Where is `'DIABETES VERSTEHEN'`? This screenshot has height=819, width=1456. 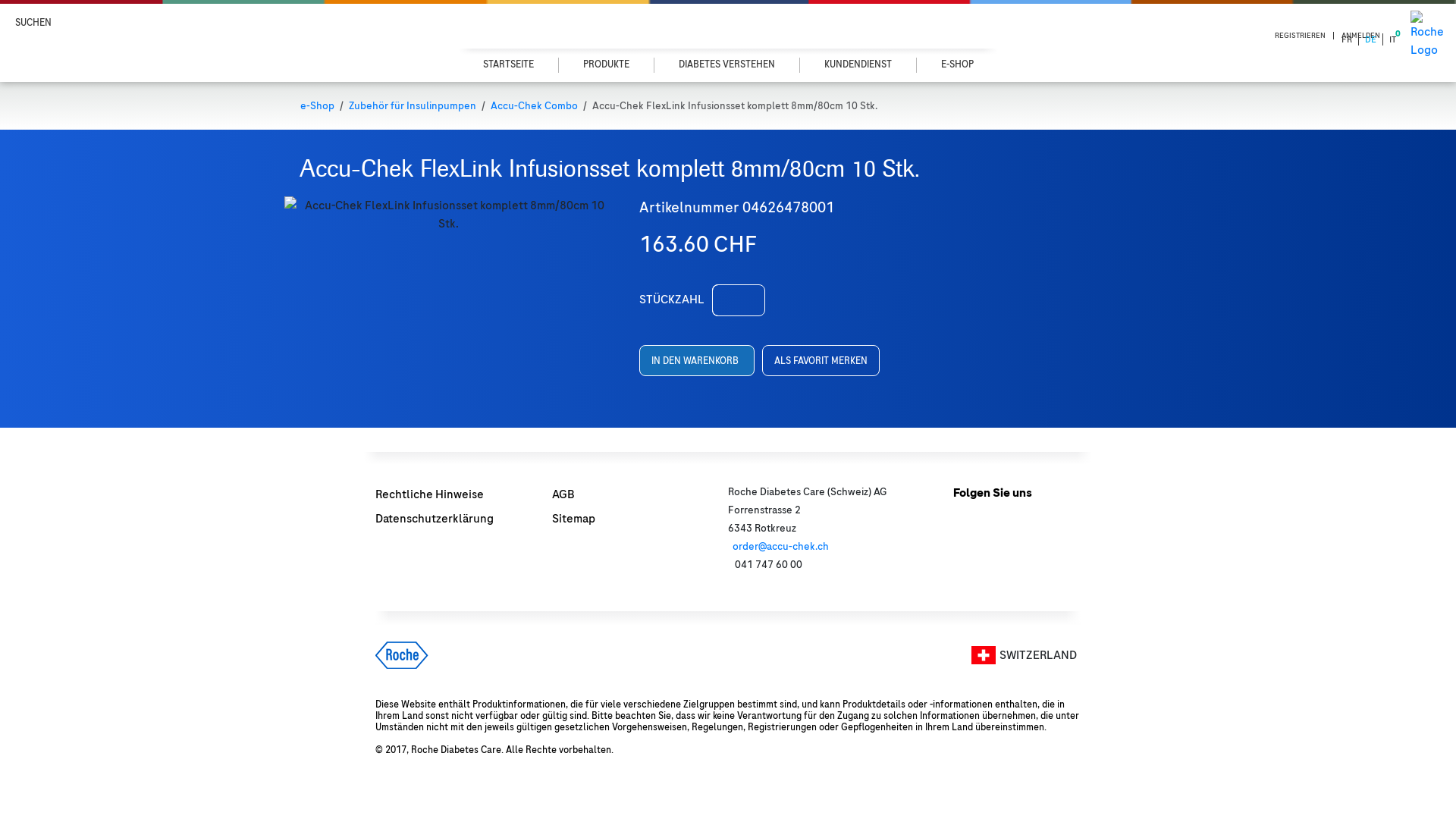 'DIABETES VERSTEHEN' is located at coordinates (726, 64).